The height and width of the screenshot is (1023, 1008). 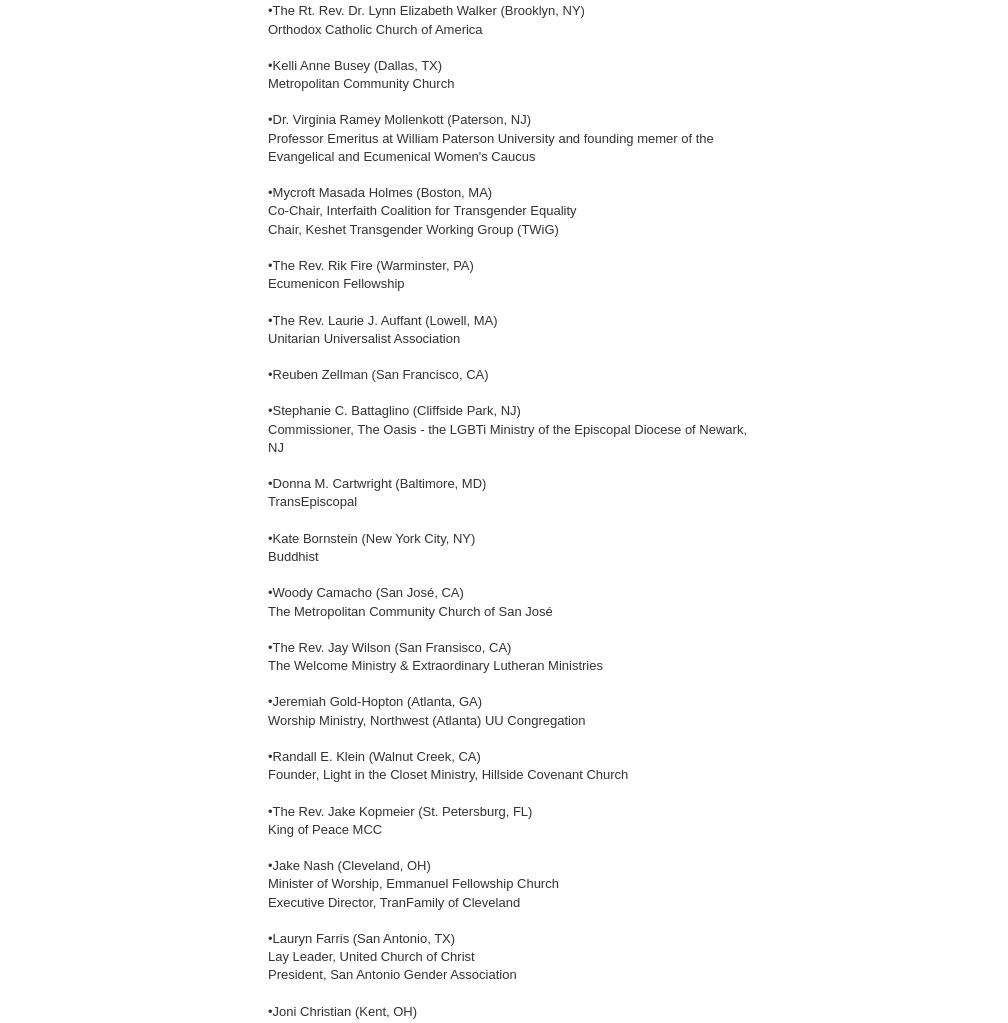 What do you see at coordinates (378, 373) in the screenshot?
I see `'•Reuben Zellman (San Francisco, CA)'` at bounding box center [378, 373].